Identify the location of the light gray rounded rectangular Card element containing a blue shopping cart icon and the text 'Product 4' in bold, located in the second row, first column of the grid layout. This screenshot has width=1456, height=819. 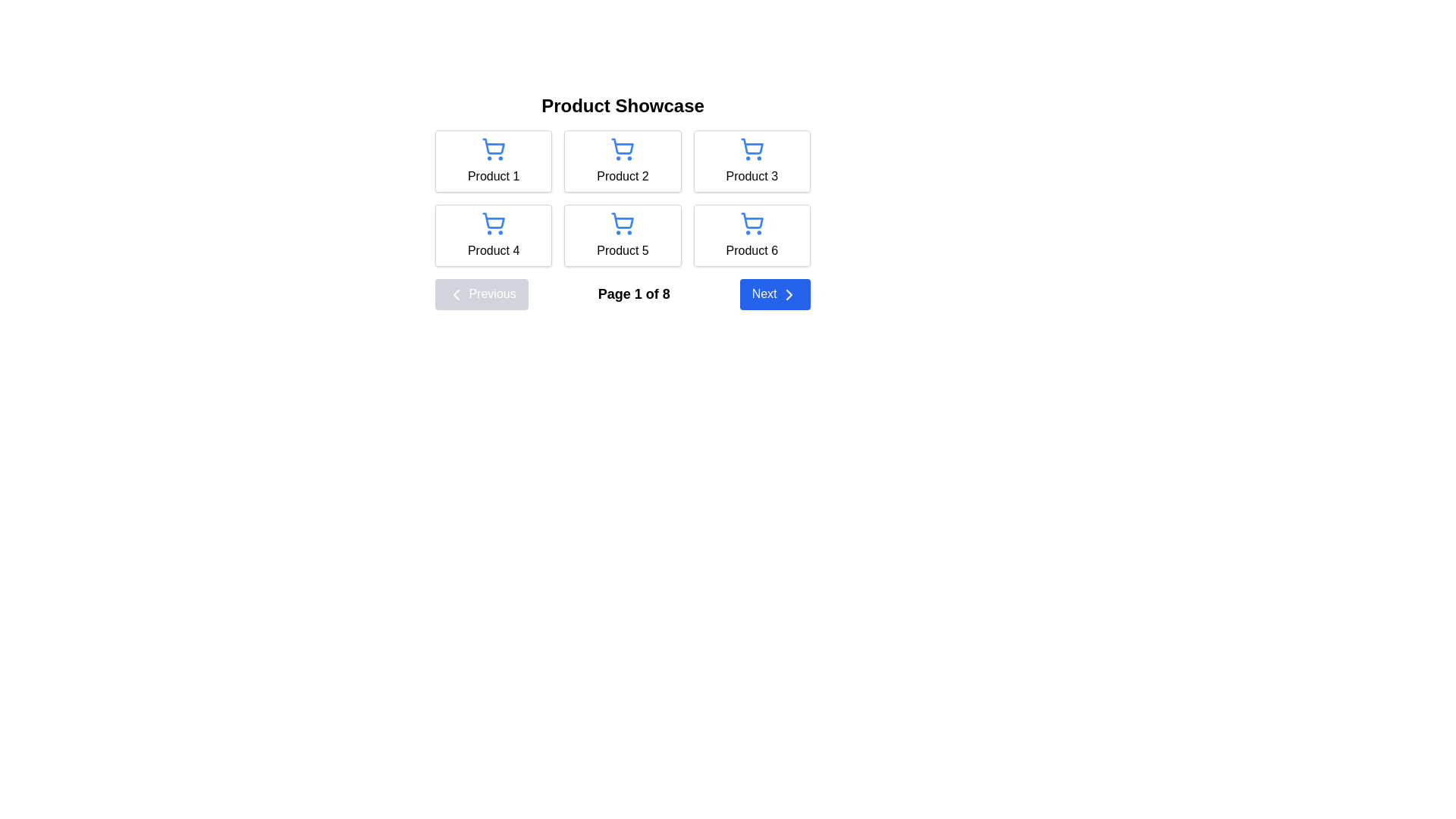
(494, 236).